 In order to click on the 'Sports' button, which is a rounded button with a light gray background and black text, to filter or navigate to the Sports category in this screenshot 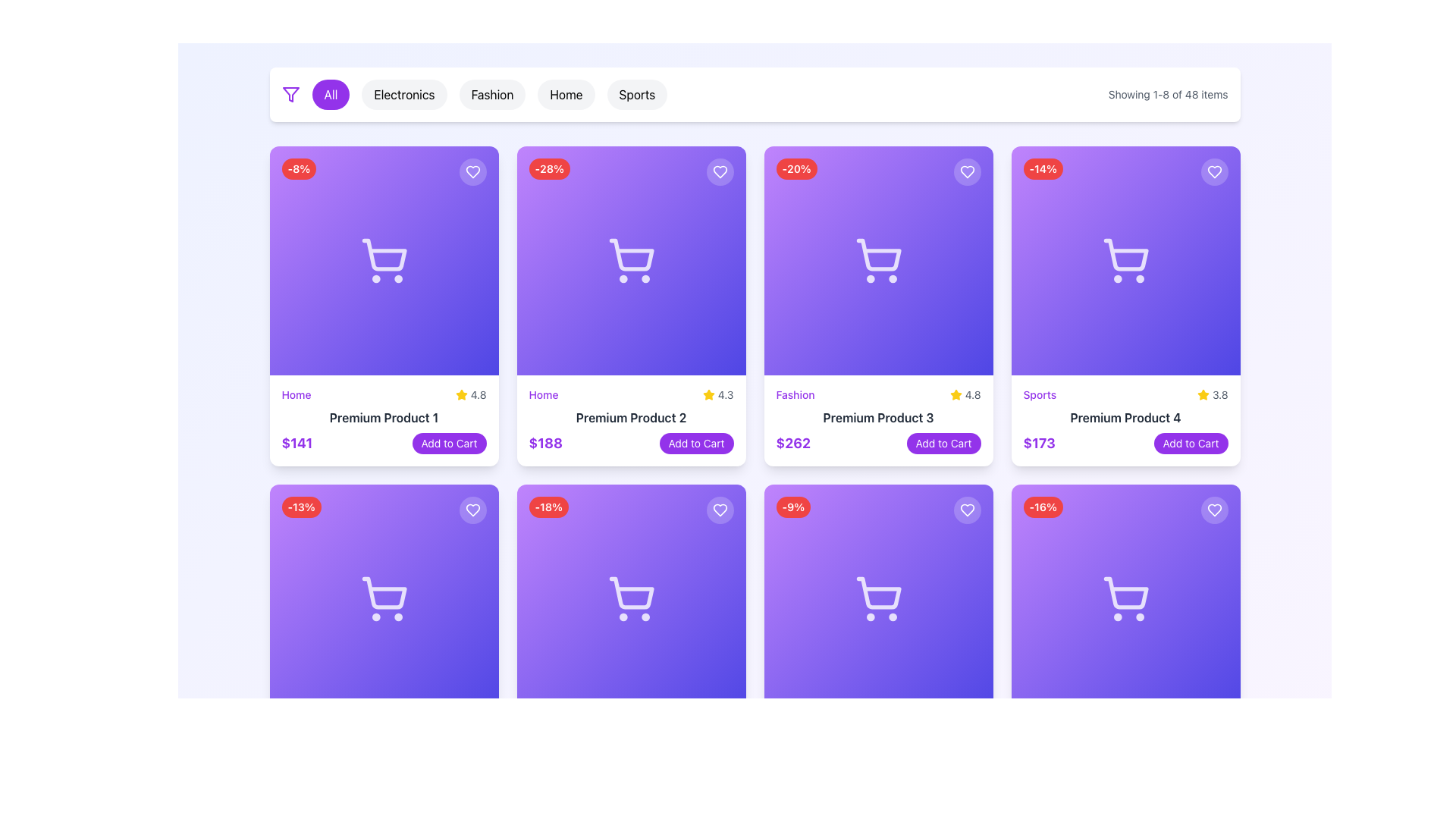, I will do `click(637, 94)`.